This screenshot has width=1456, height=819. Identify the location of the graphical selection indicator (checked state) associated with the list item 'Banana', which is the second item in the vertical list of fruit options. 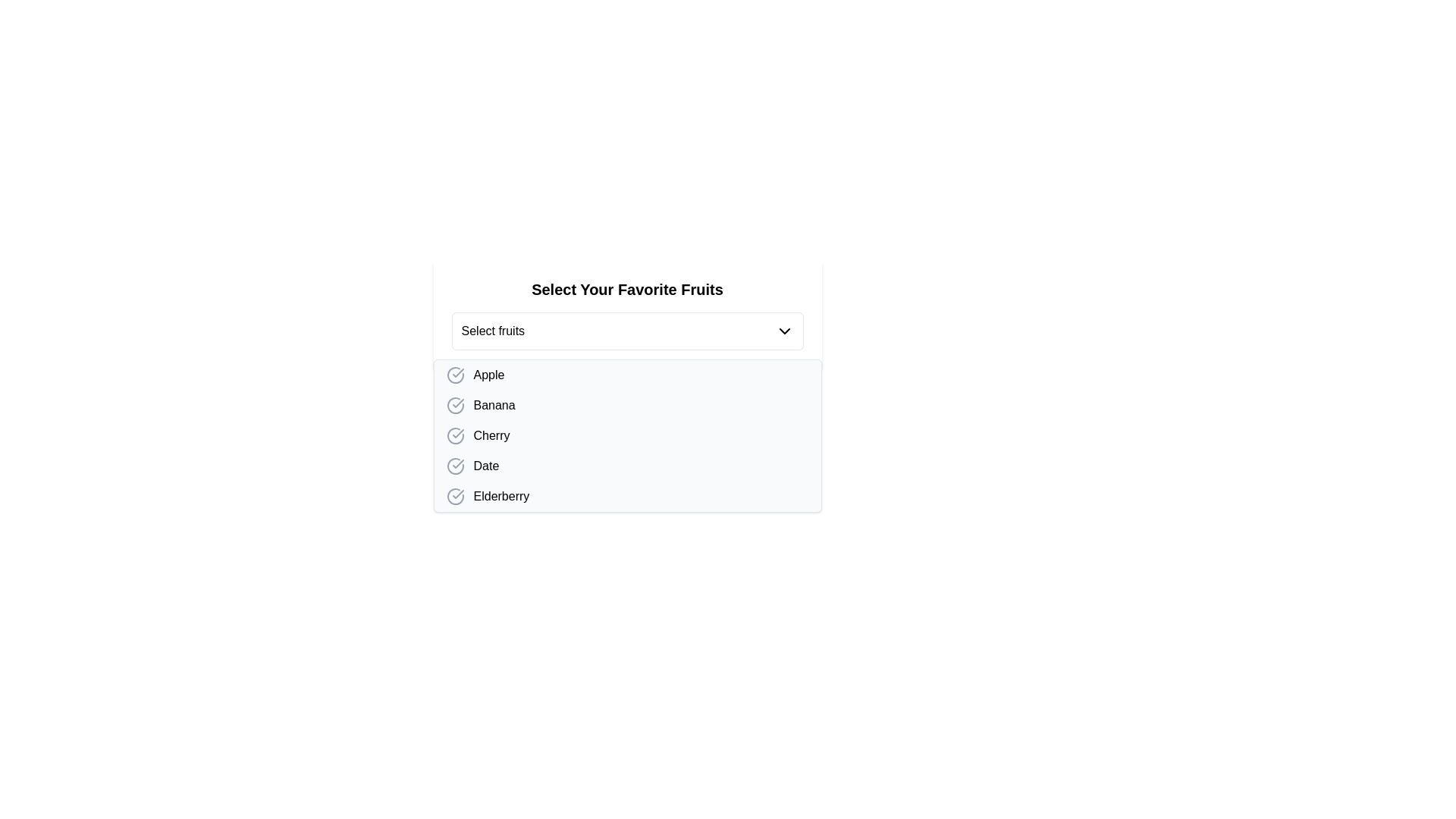
(454, 405).